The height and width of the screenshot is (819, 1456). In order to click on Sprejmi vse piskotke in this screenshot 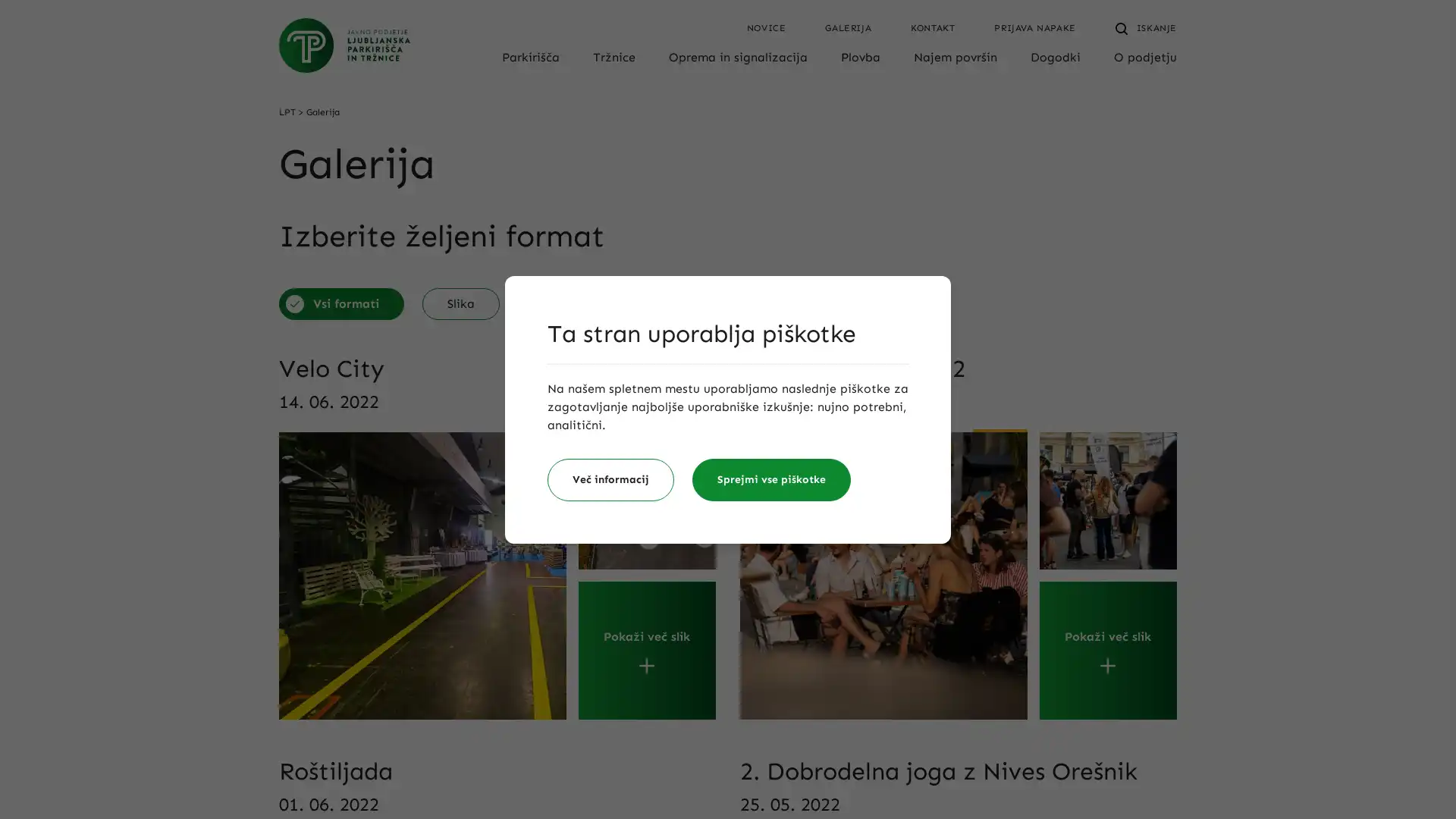, I will do `click(771, 479)`.